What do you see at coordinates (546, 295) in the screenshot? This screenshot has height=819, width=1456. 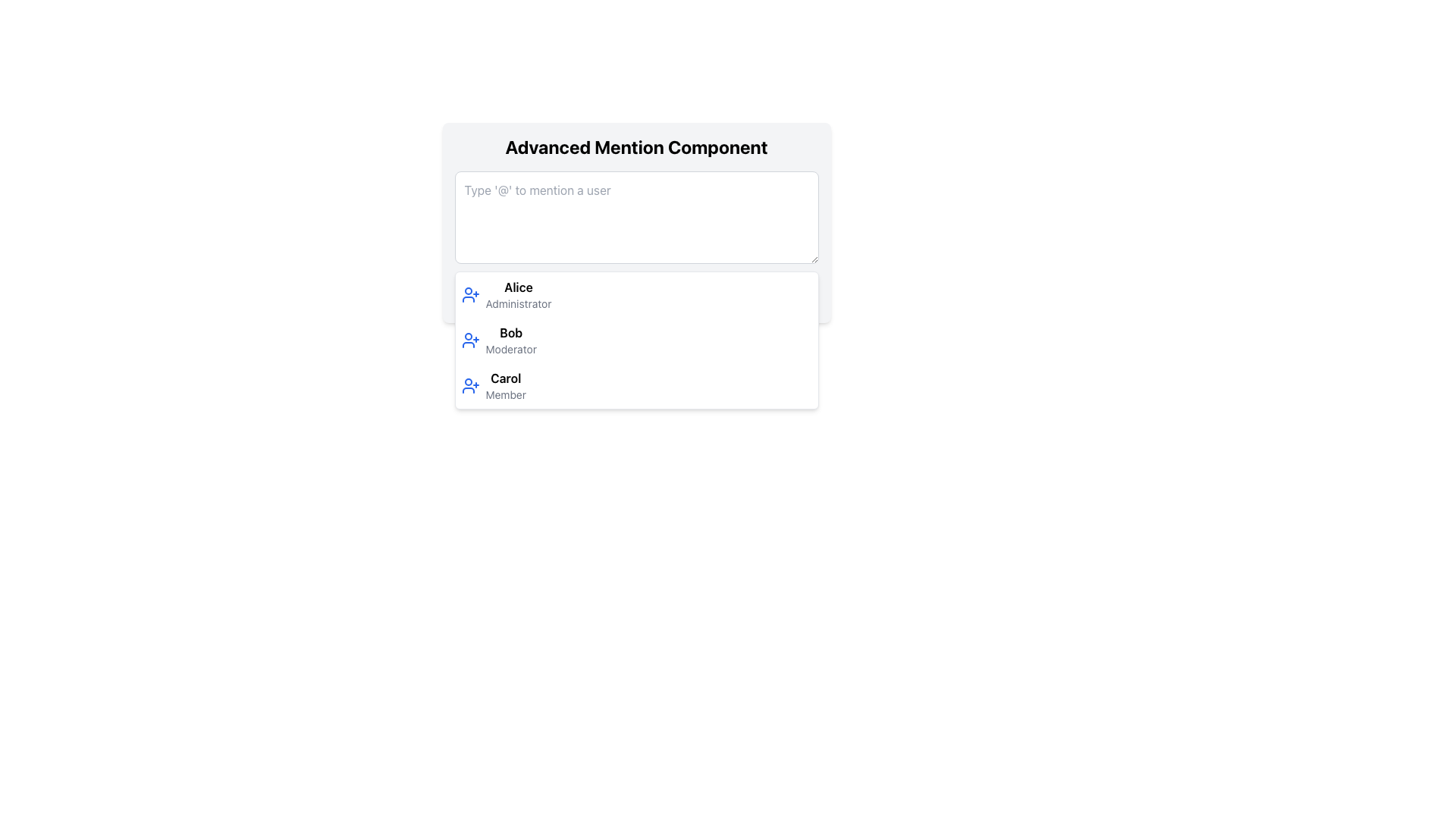 I see `the smiley face SVG icon, which is a yellow circle with eyes and a smiling mouth, located to the right of the 'Send' label` at bounding box center [546, 295].